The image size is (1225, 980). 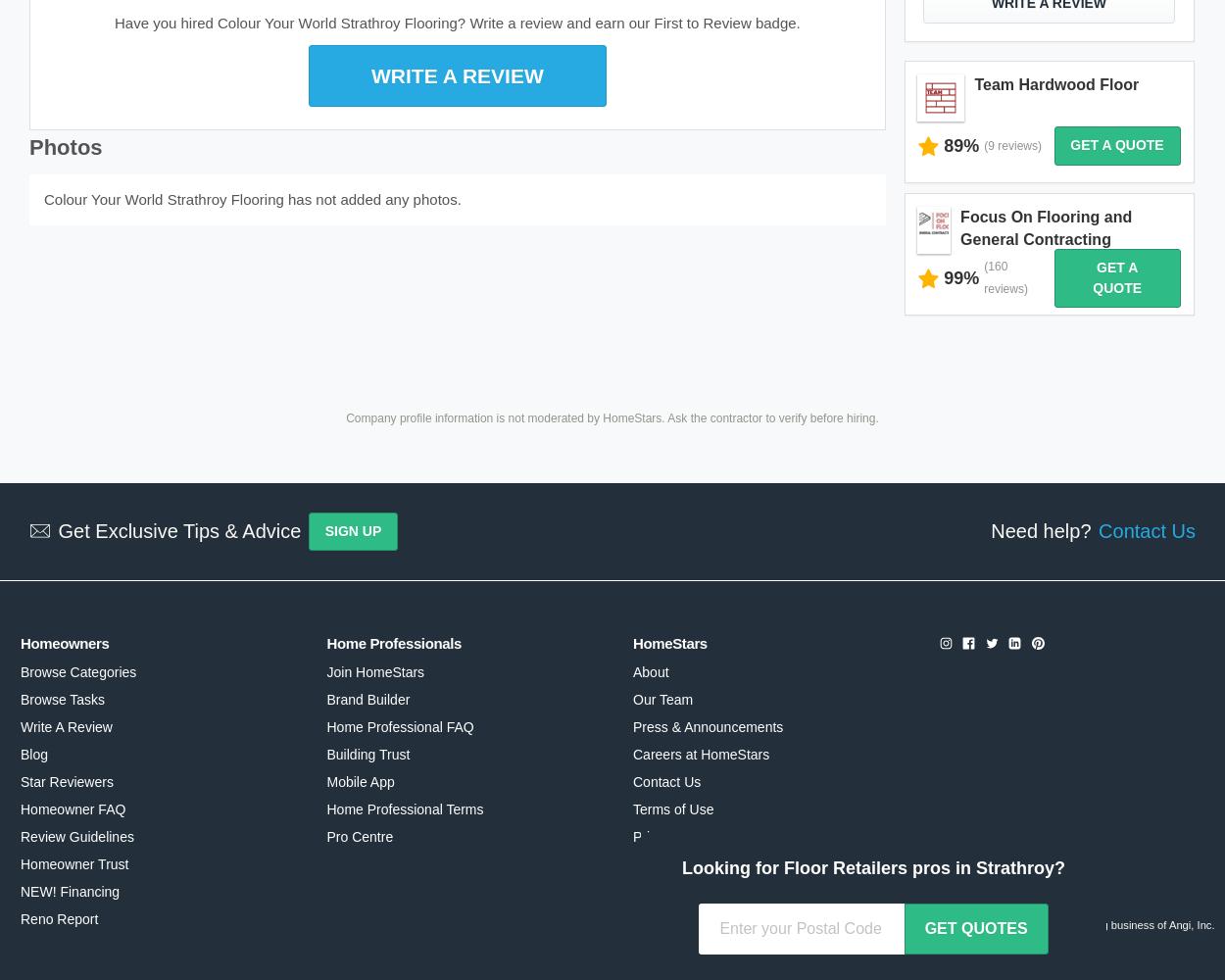 What do you see at coordinates (367, 755) in the screenshot?
I see `'Building Trust'` at bounding box center [367, 755].